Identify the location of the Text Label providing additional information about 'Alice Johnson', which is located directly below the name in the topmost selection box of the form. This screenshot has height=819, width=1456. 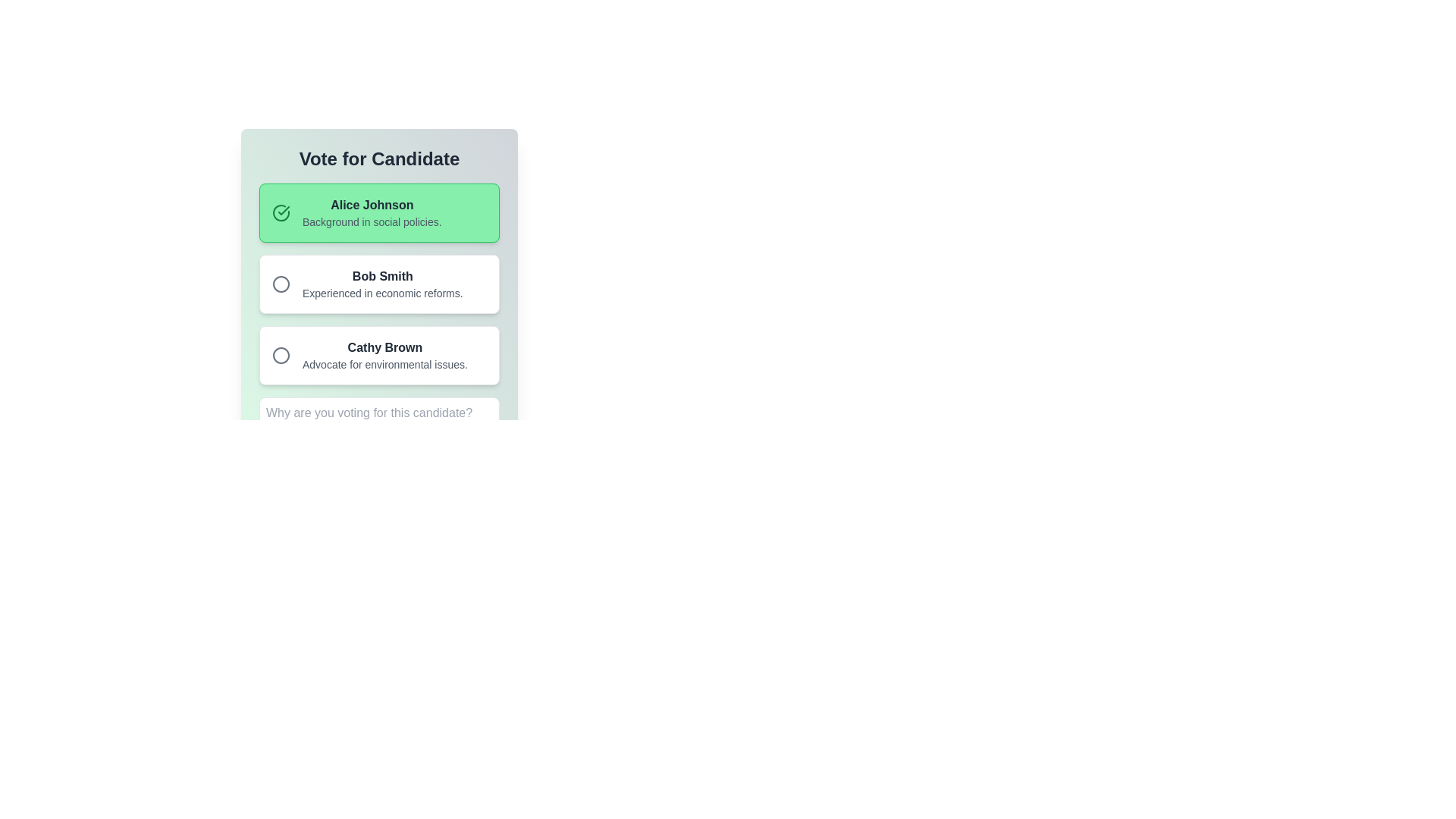
(372, 222).